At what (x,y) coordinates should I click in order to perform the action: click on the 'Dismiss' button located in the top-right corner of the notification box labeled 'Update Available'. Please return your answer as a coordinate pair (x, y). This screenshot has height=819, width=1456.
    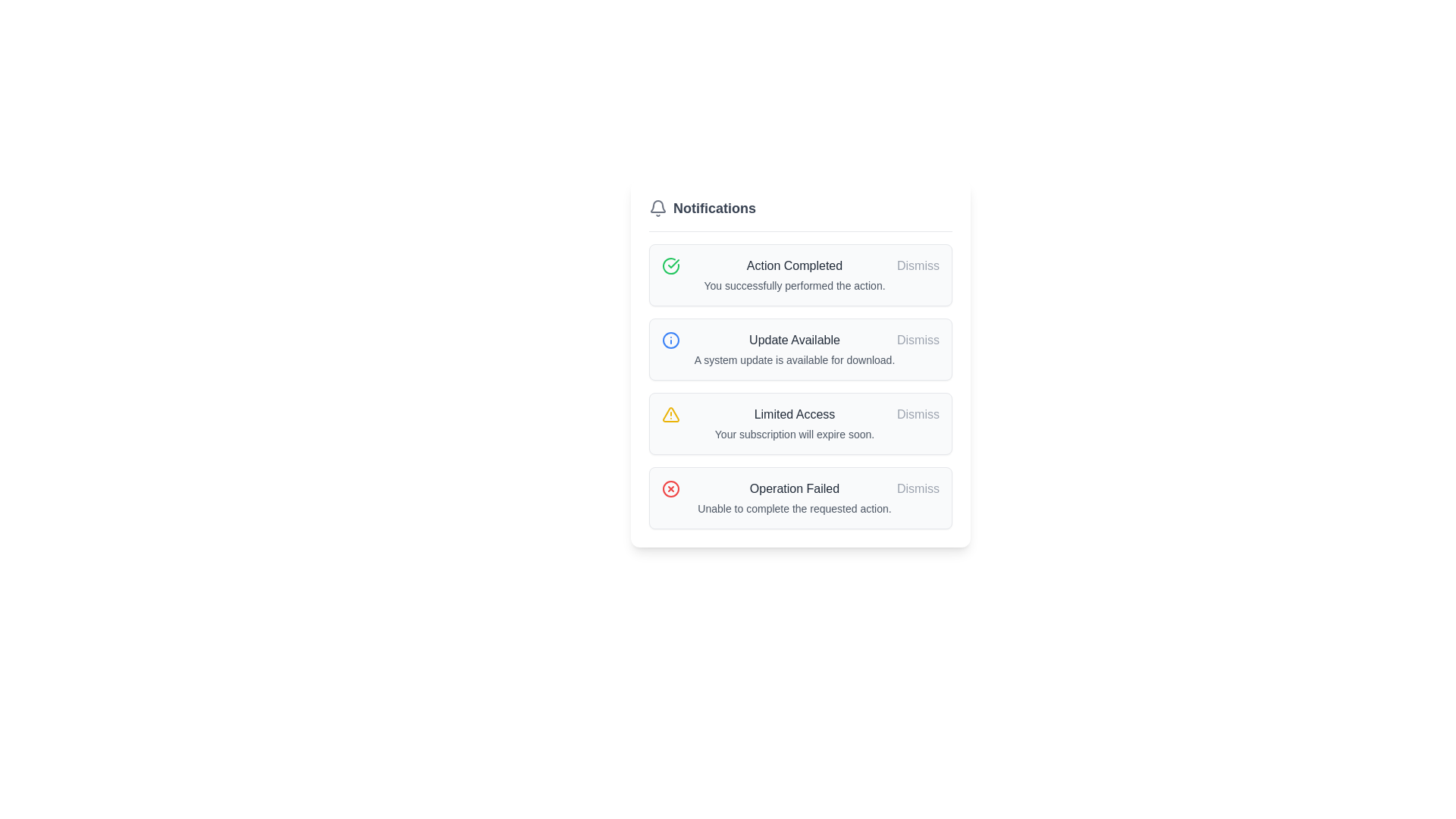
    Looking at the image, I should click on (917, 339).